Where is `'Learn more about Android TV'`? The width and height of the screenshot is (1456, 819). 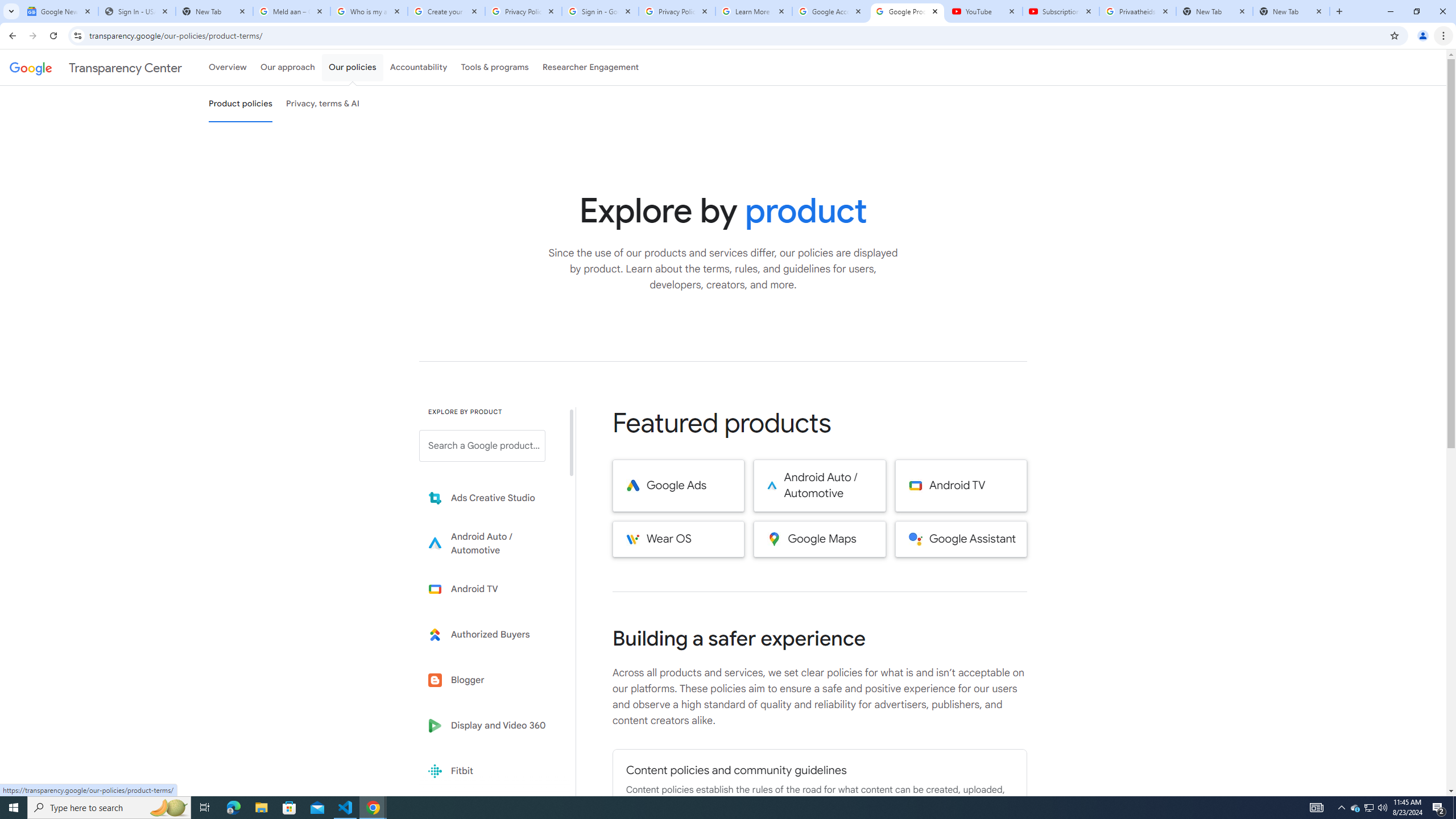 'Learn more about Android TV' is located at coordinates (490, 589).